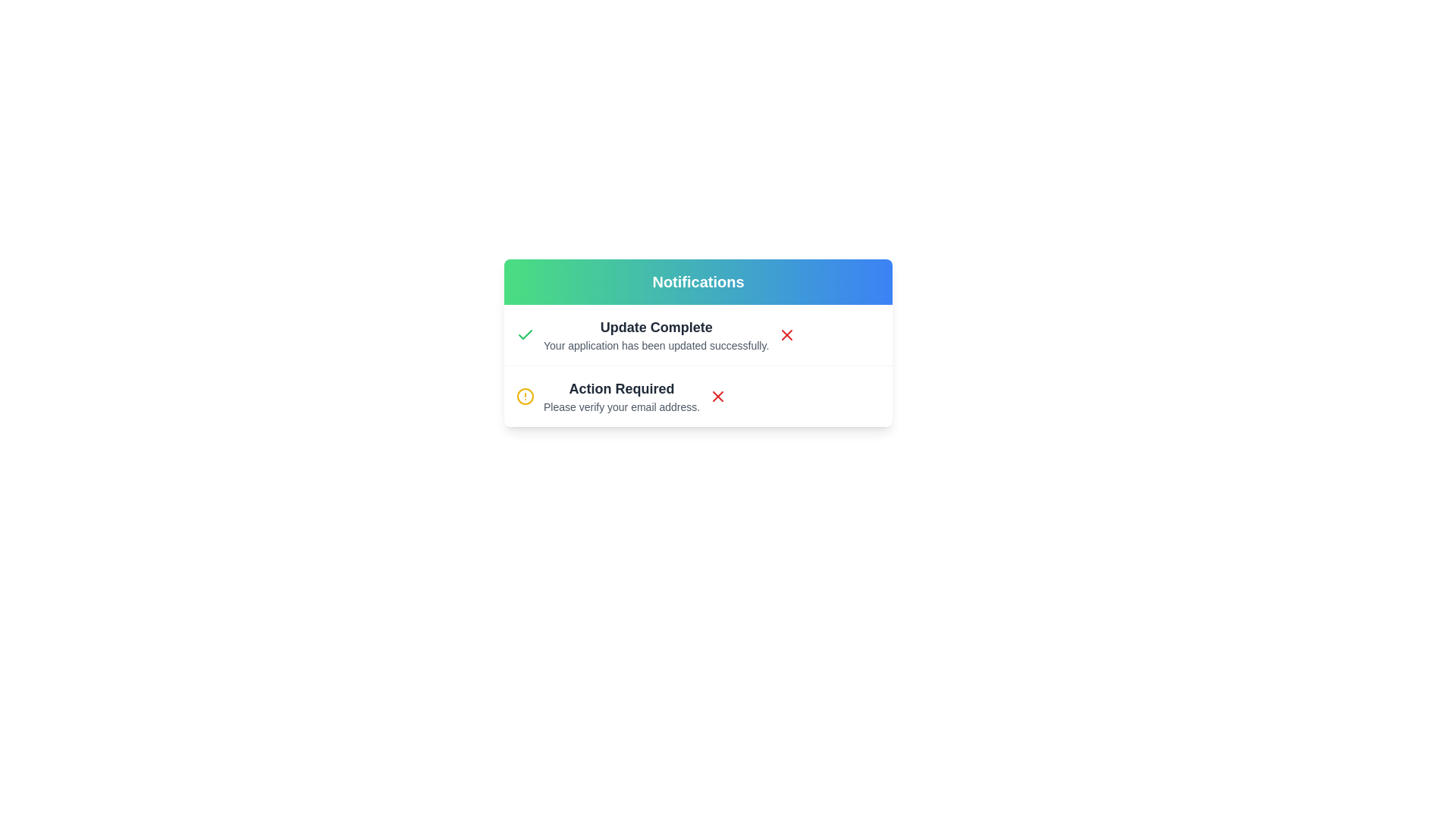 The height and width of the screenshot is (819, 1456). Describe the element at coordinates (698, 334) in the screenshot. I see `success message displayed in the first notification of the notification card, which indicates that the application has been updated successfully` at that location.